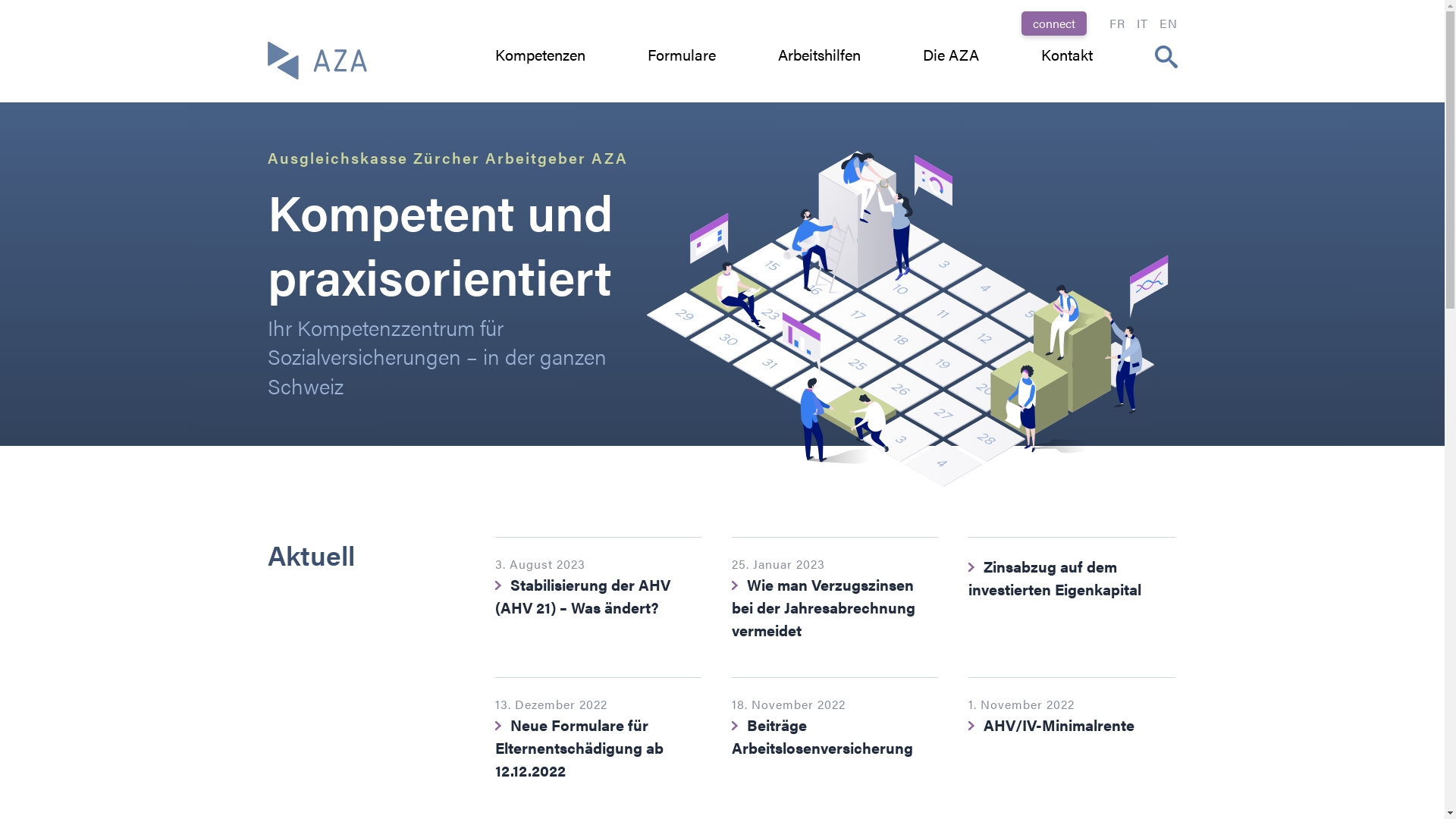 Image resolution: width=1456 pixels, height=819 pixels. I want to click on 'connect', so click(1052, 23).